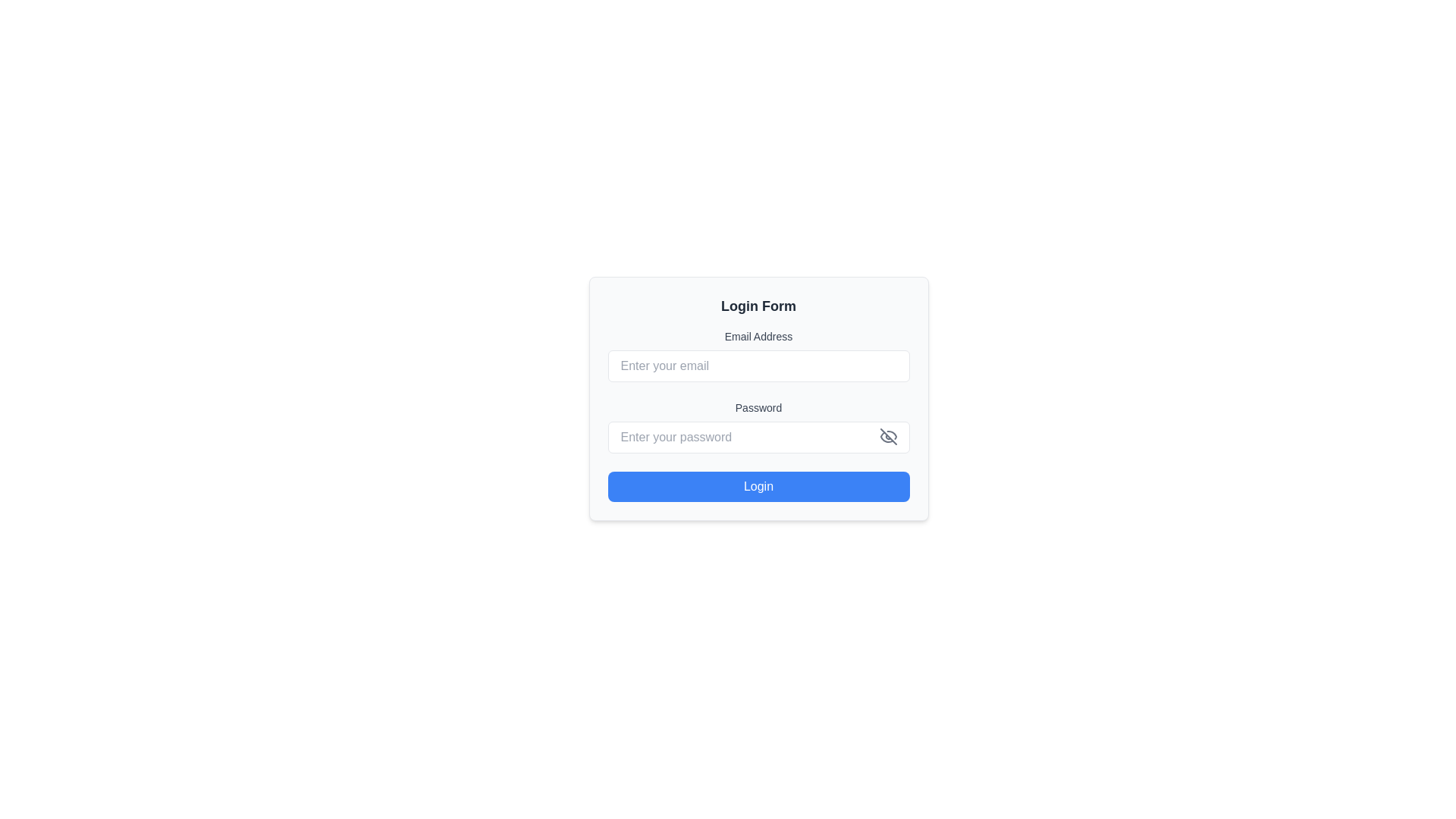  What do you see at coordinates (888, 436) in the screenshot?
I see `the eye icon button in the upper-right corner of the password input field` at bounding box center [888, 436].